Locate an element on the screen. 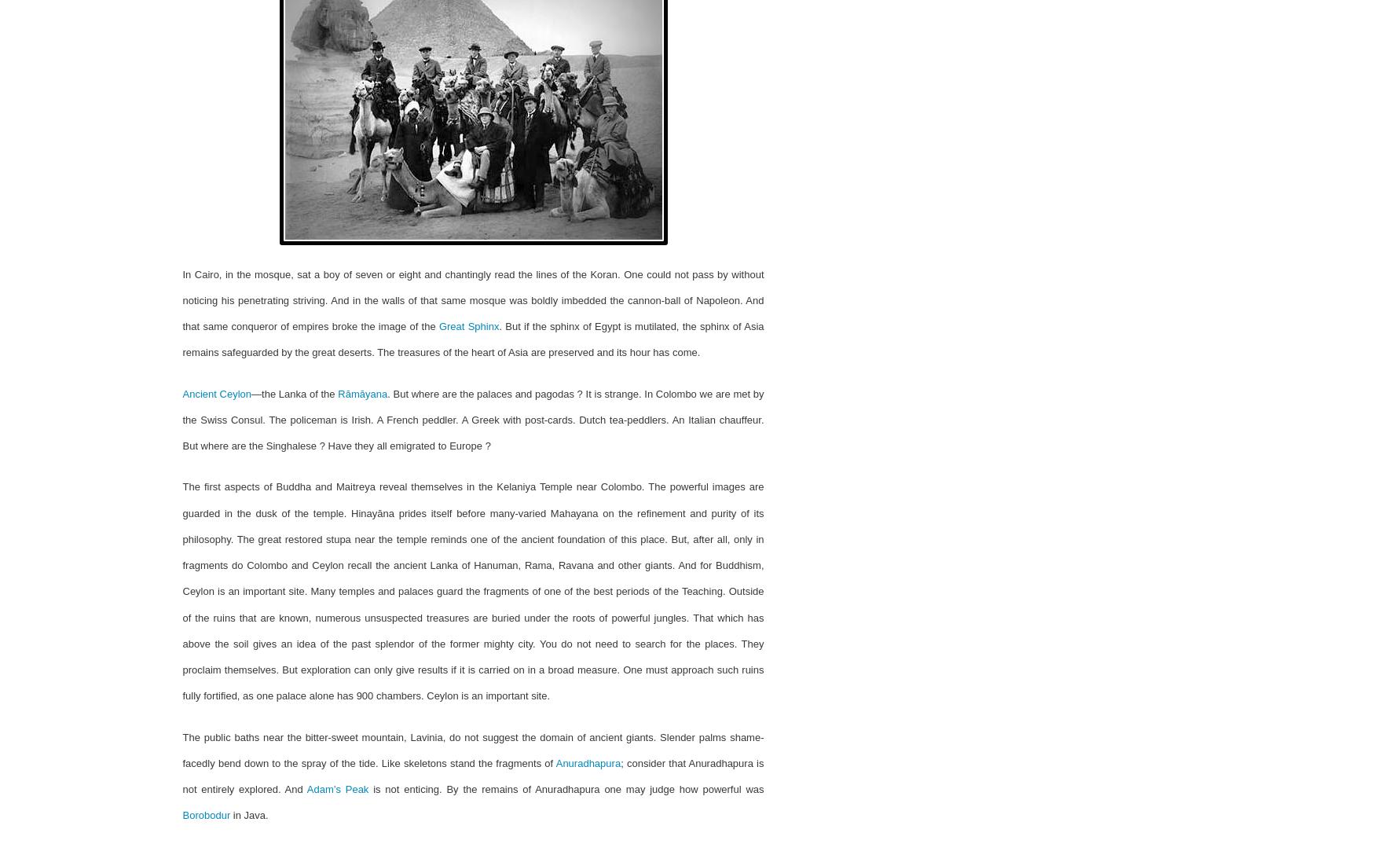  'The public baths near the bitter-sweet mountain, Lavinia, do not suggest the domain of ancient giants. Slender palms shame-facedly bend down to the spray of the tide. Like skeletons stand the fragments of' is located at coordinates (472, 750).